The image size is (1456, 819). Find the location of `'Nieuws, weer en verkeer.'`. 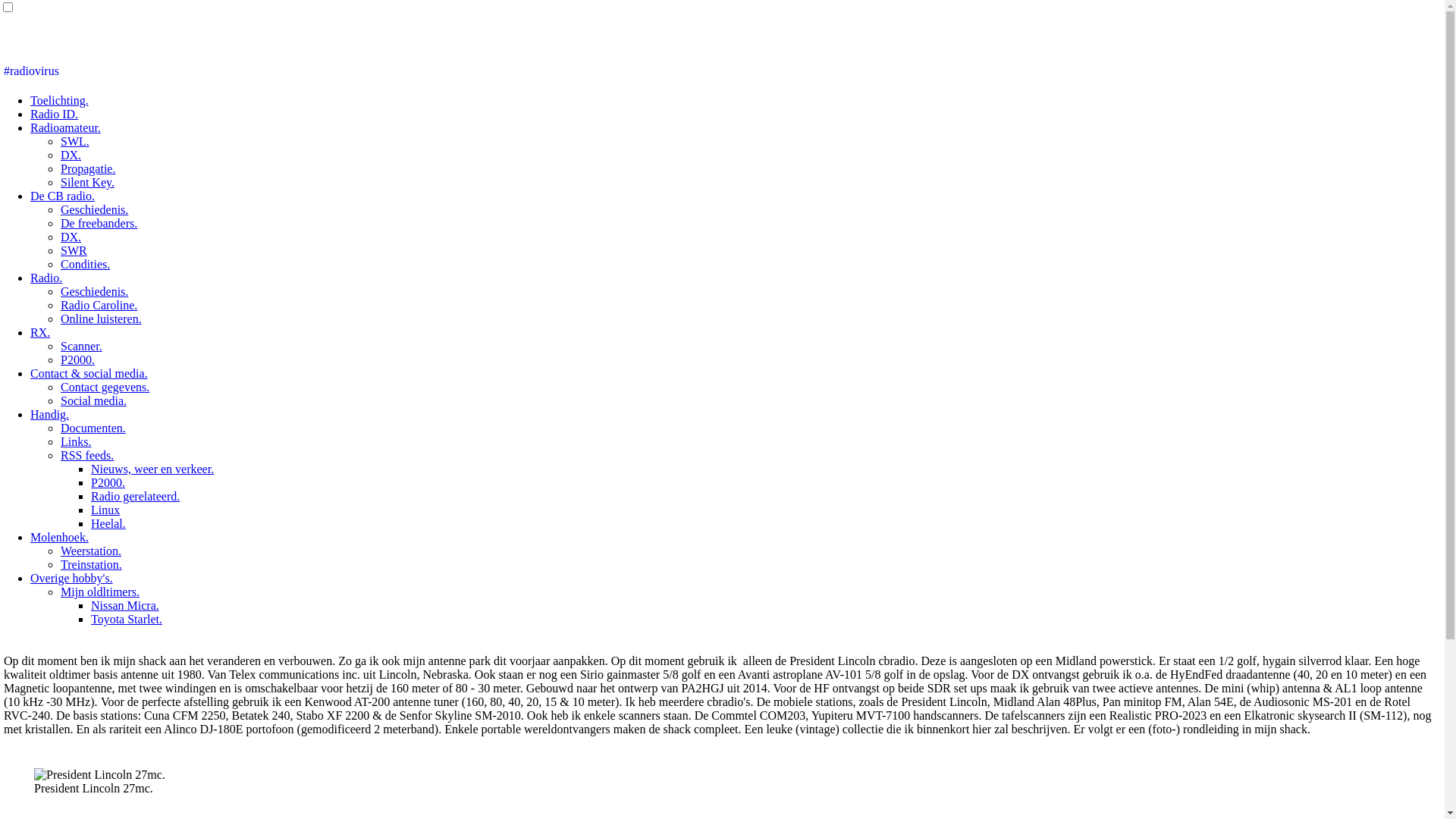

'Nieuws, weer en verkeer.' is located at coordinates (90, 468).